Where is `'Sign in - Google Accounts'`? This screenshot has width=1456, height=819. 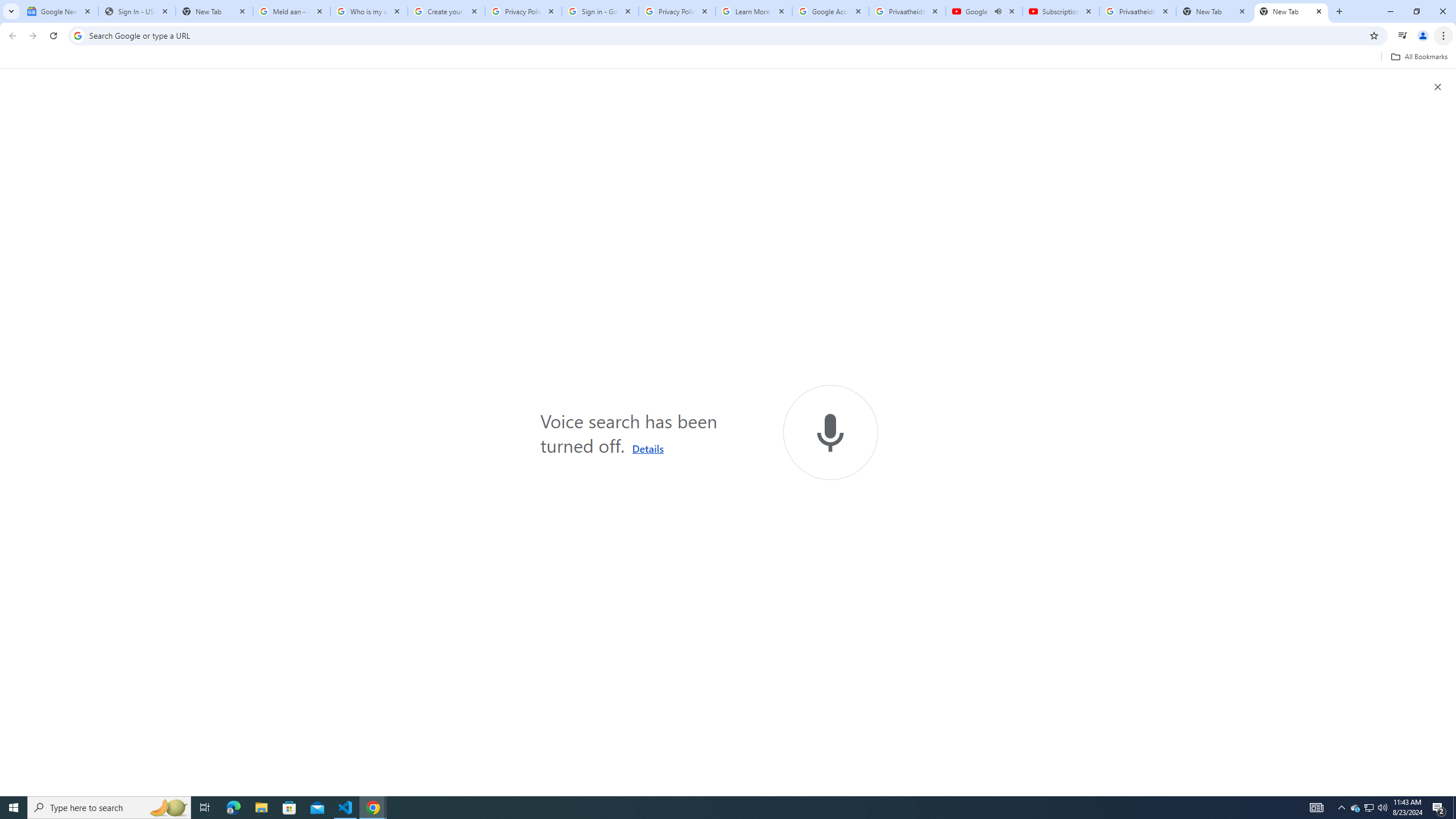
'Sign in - Google Accounts' is located at coordinates (599, 11).